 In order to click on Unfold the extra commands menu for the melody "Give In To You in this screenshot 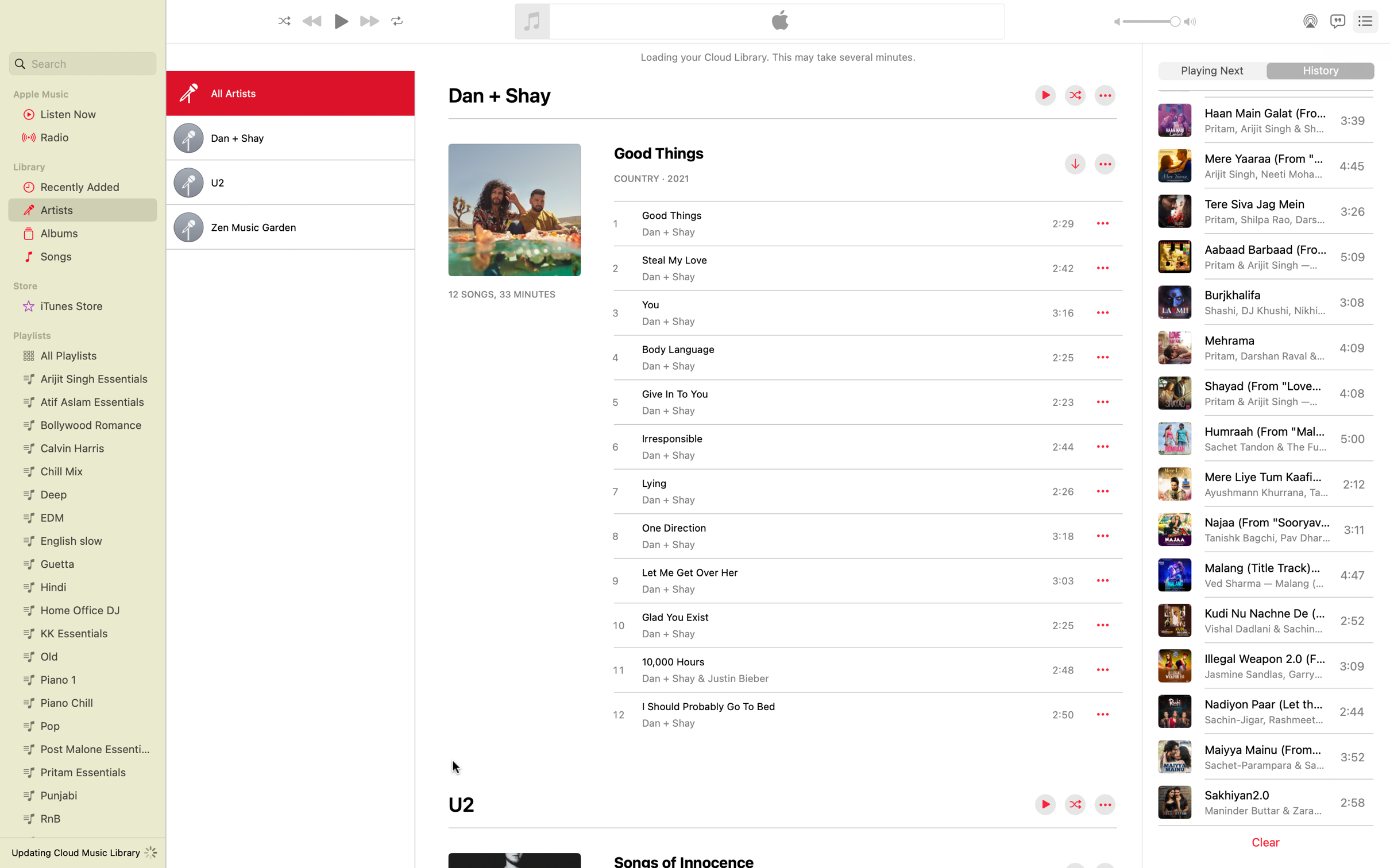, I will do `click(1103, 401)`.